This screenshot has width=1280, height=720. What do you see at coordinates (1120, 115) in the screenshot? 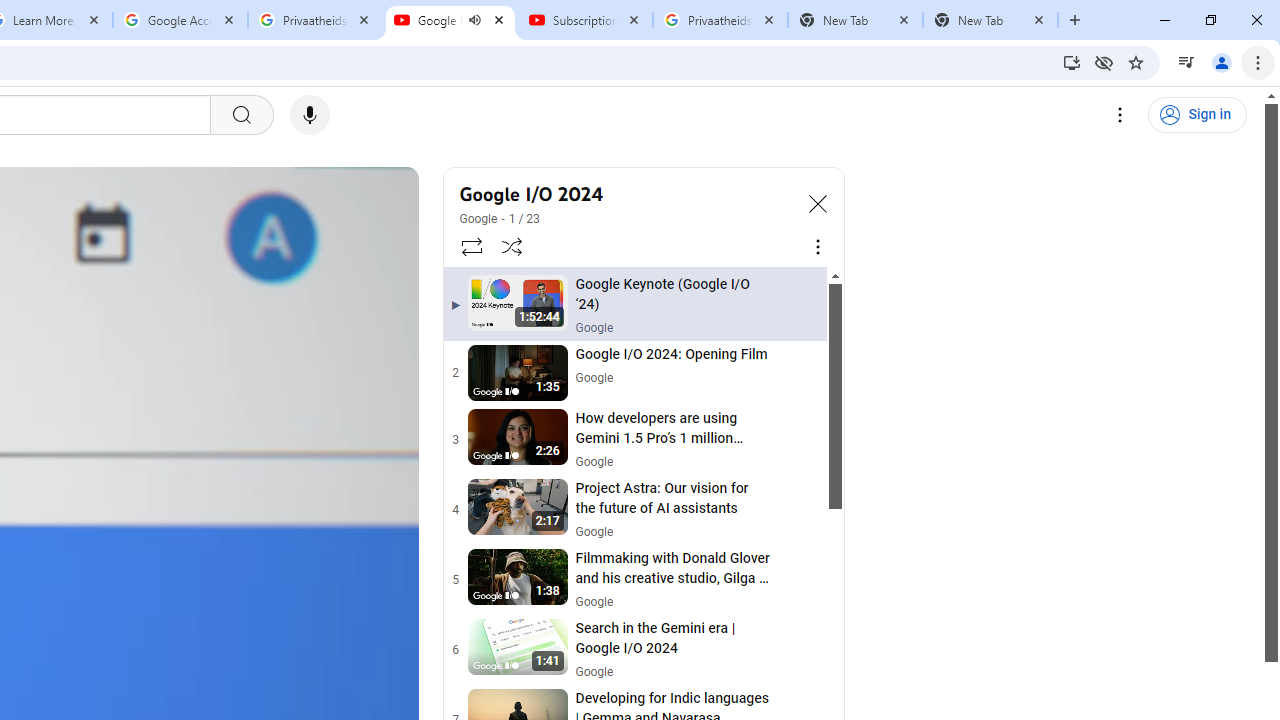
I see `'Settings'` at bounding box center [1120, 115].